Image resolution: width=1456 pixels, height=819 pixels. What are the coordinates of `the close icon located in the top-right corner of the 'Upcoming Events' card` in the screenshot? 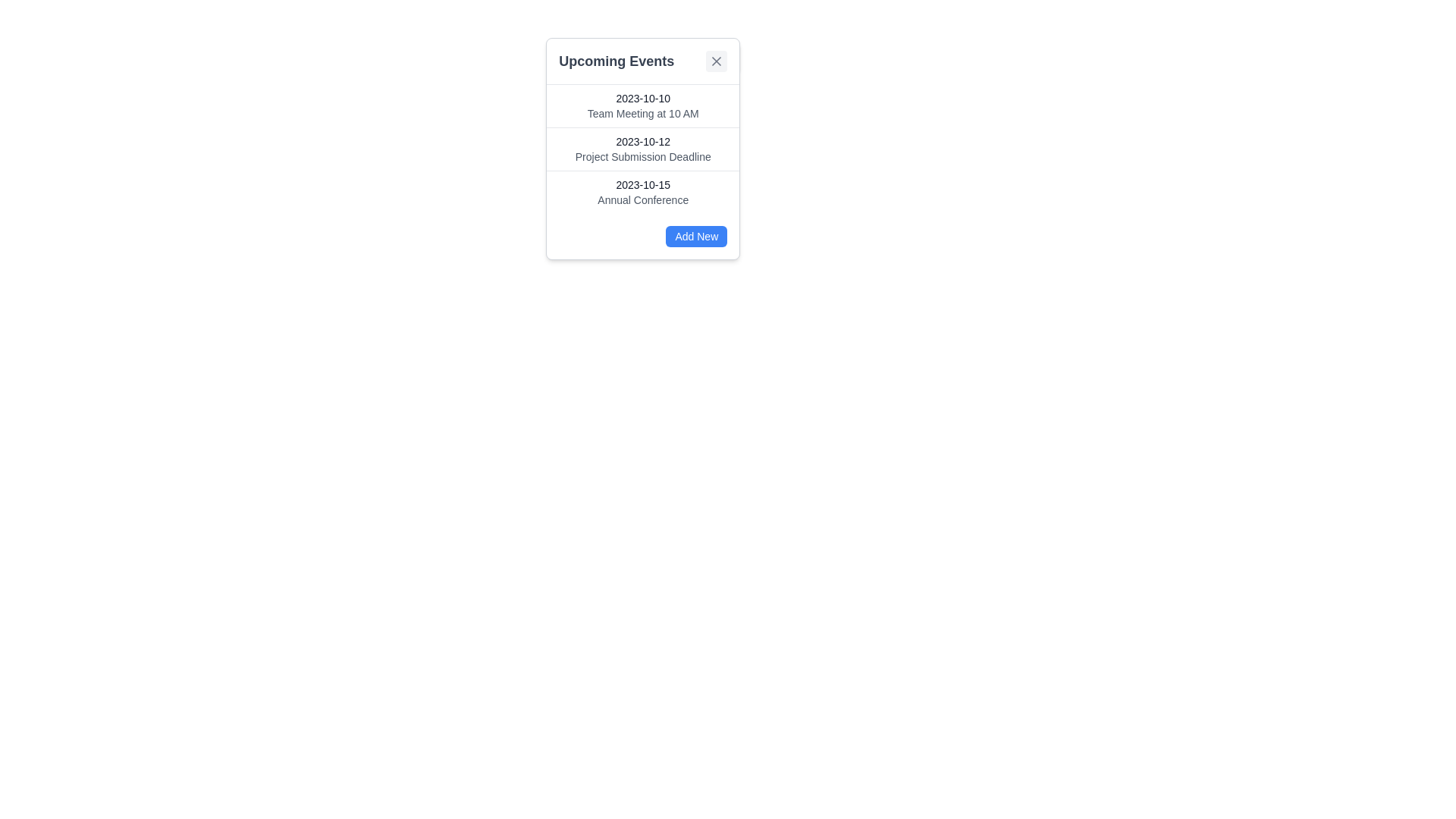 It's located at (716, 61).